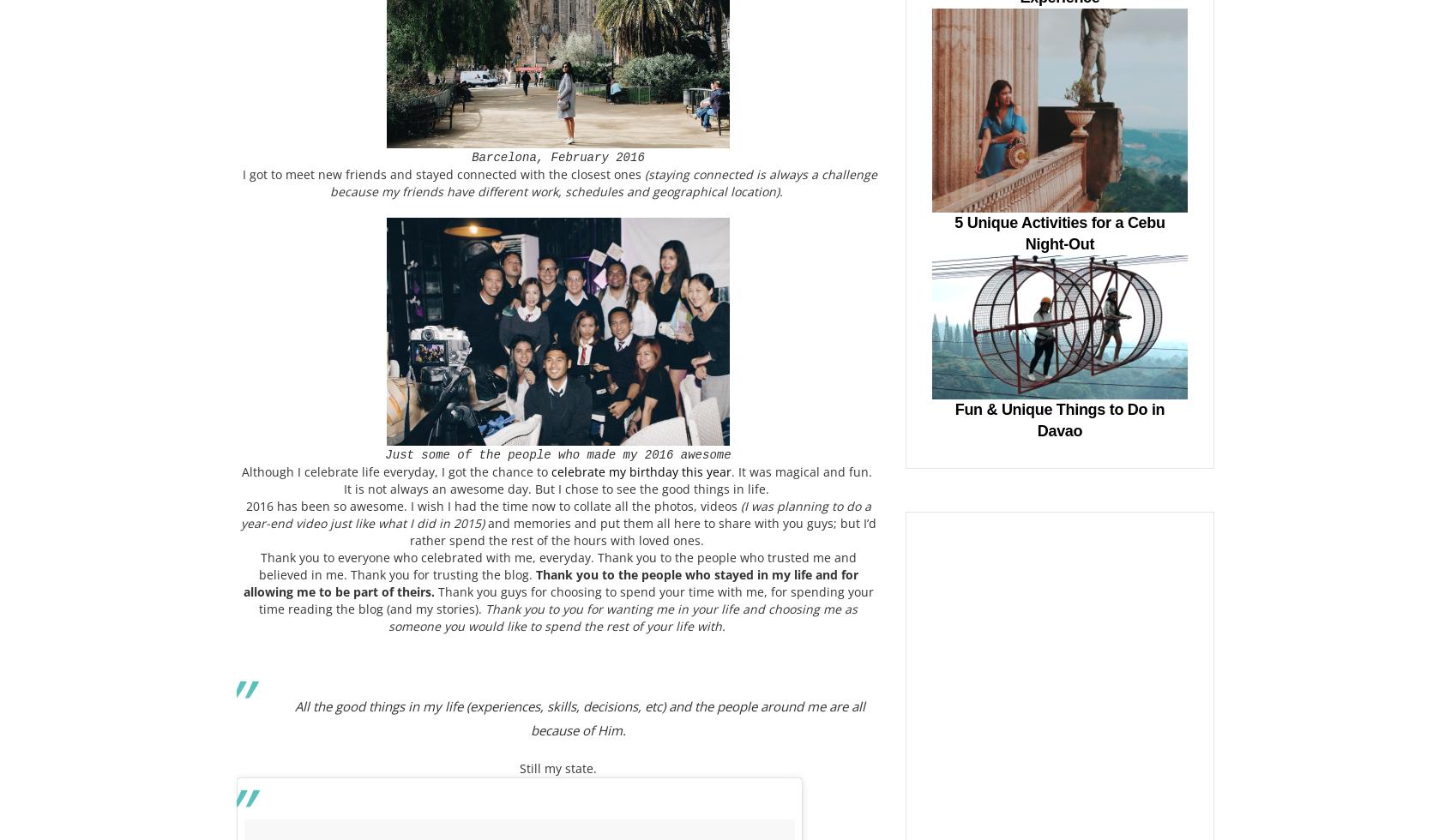  I want to click on '. It was magical and fun.', so click(803, 471).